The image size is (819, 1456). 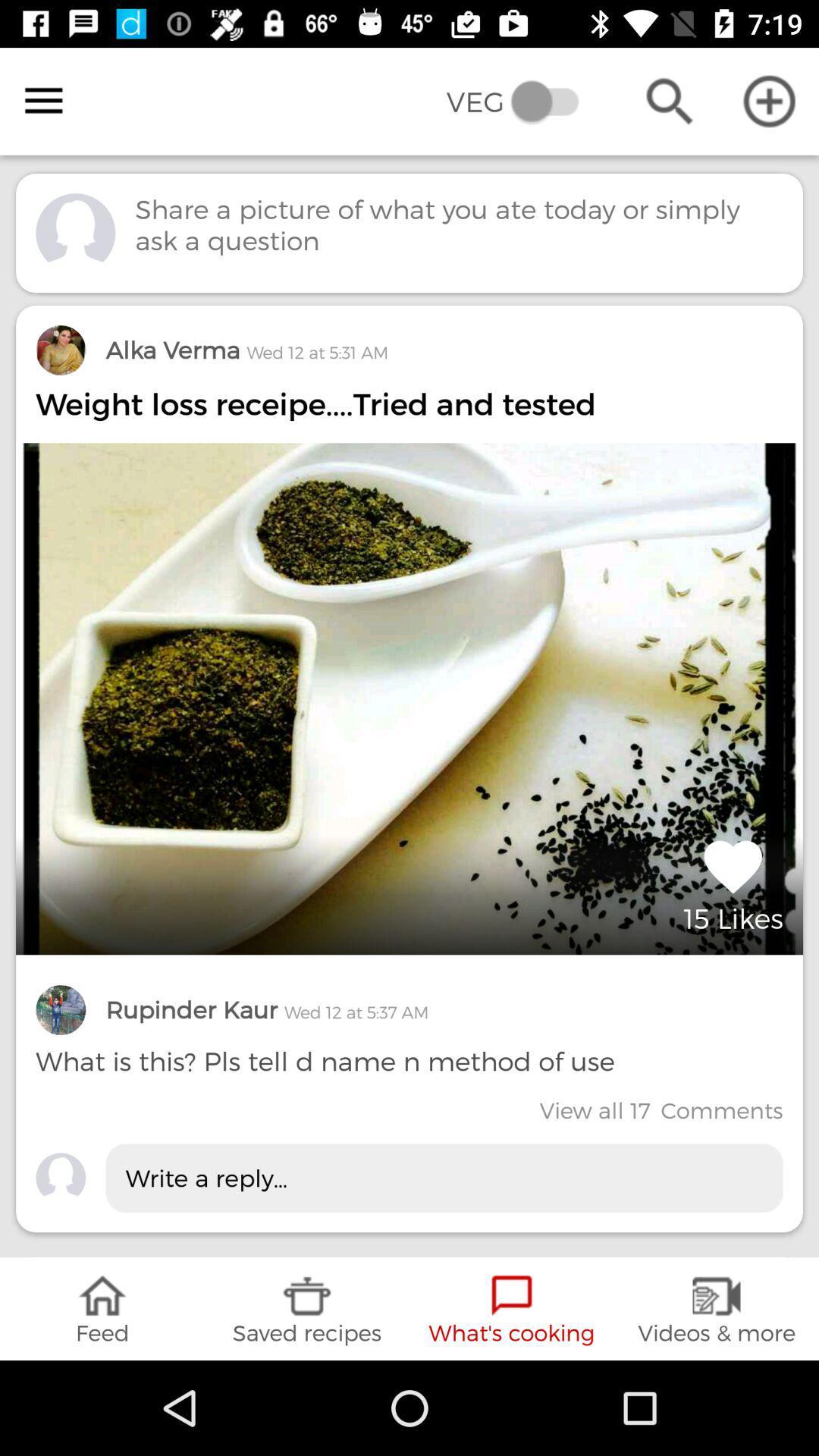 I want to click on the icon below write a reply... item, so click(x=102, y=1308).